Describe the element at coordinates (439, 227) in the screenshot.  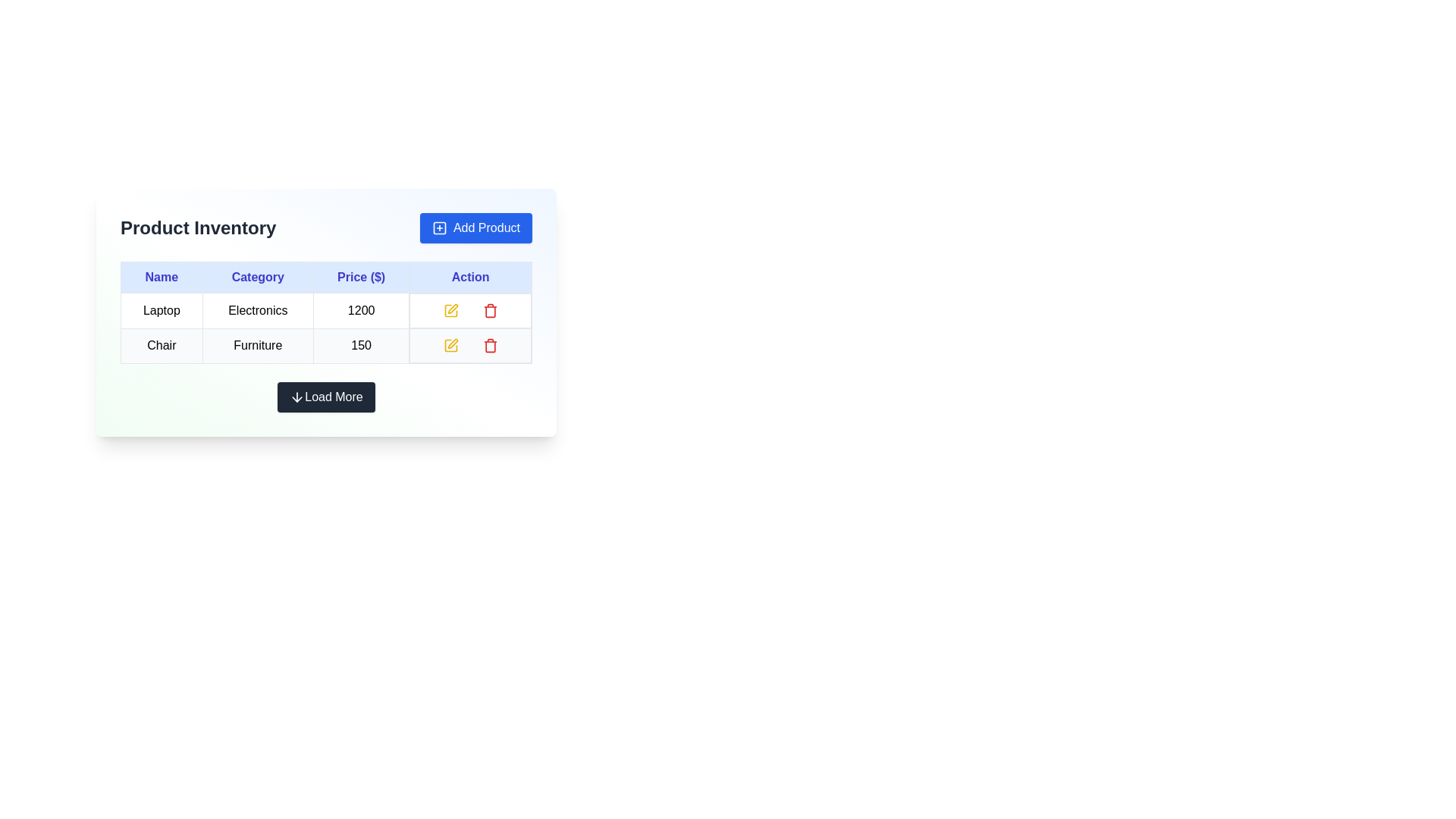
I see `the blue rectangular icon with rounded corners located inside the 'Add Product' button in the top-right corner of the 'Product Inventory' section` at that location.